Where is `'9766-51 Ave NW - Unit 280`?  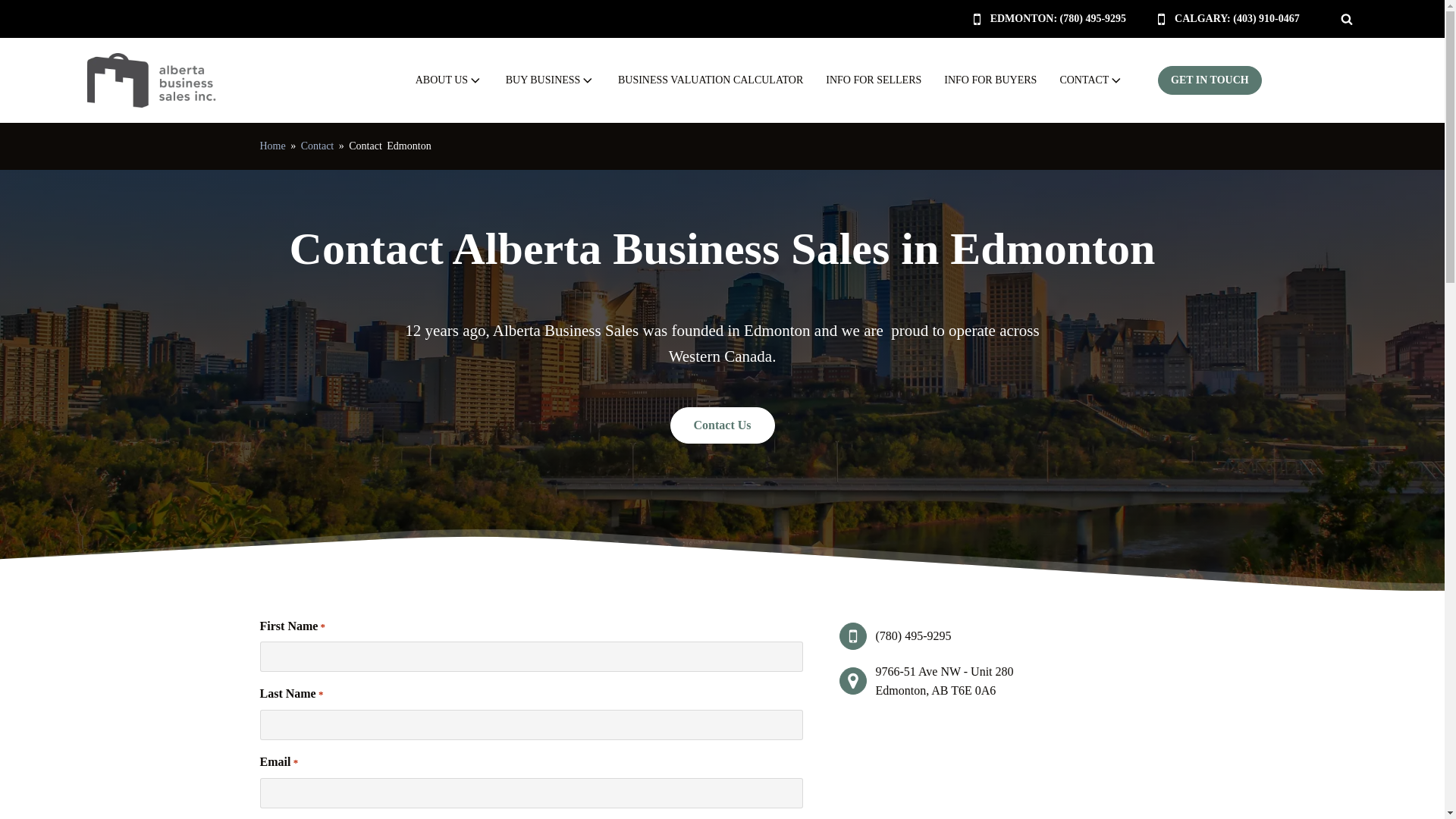 '9766-51 Ave NW - Unit 280 is located at coordinates (943, 680).